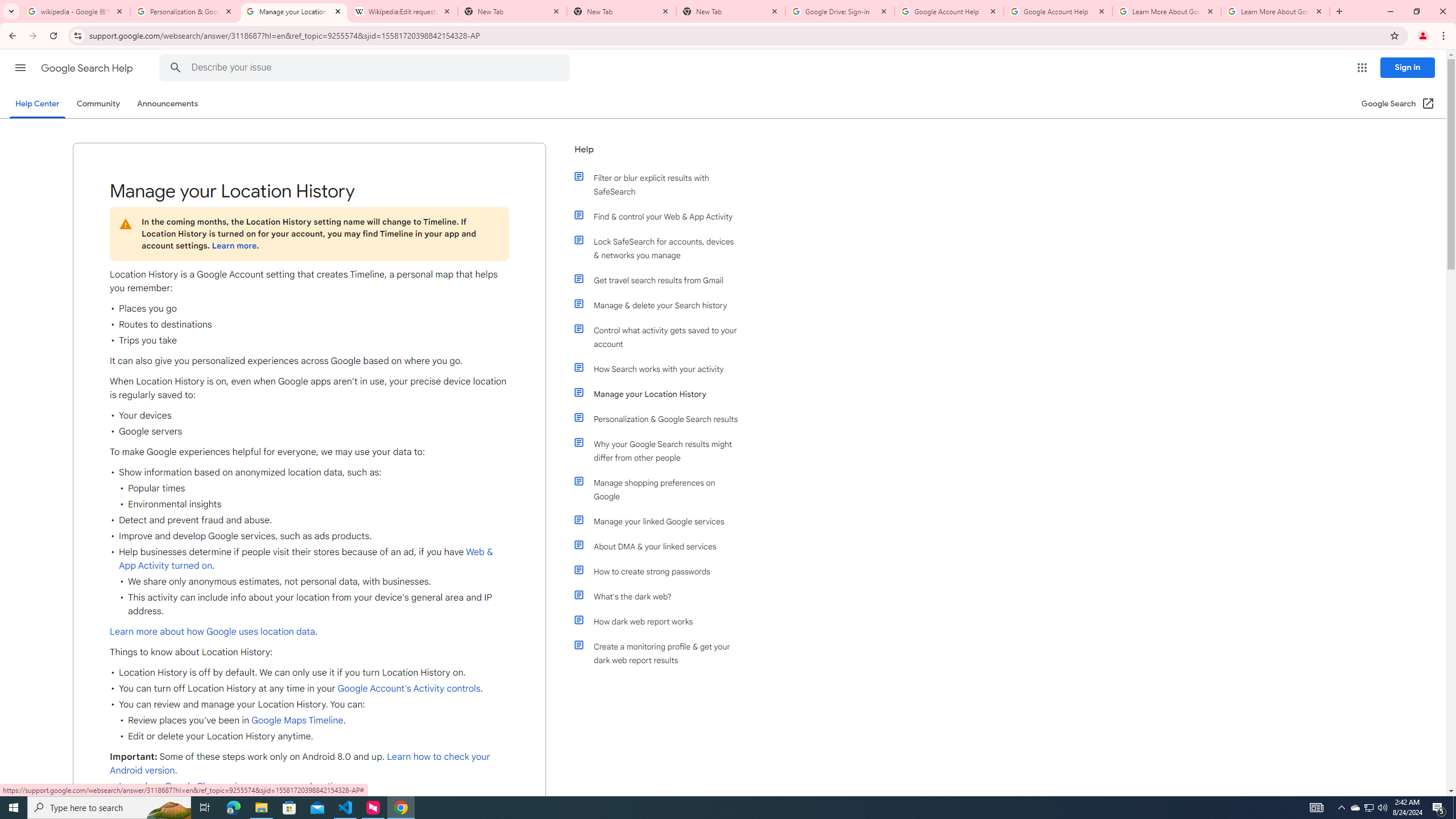 The height and width of the screenshot is (819, 1456). I want to click on 'Manage your linked Google services', so click(661, 521).